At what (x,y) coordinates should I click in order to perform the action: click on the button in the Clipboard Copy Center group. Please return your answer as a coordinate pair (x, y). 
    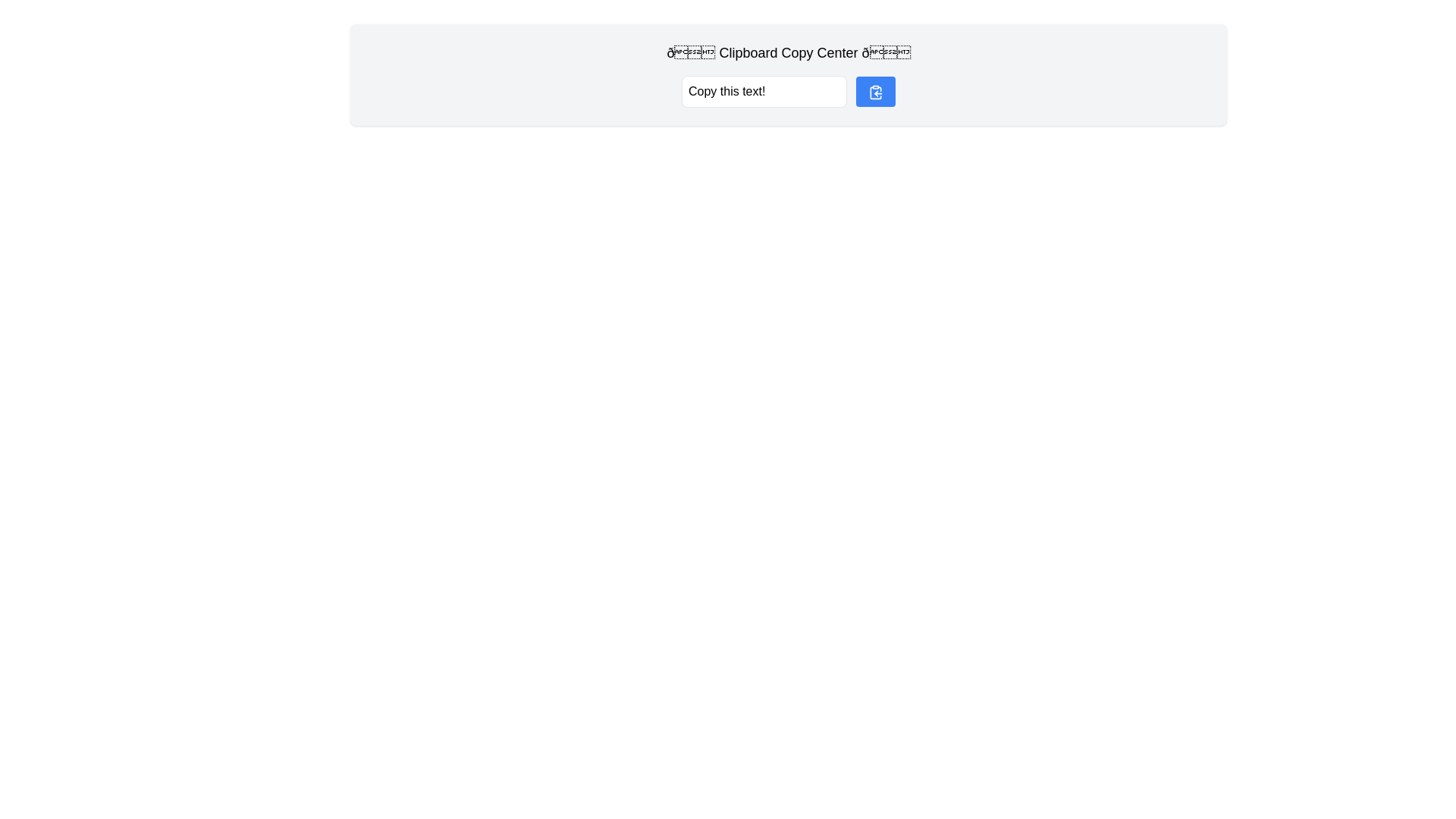
    Looking at the image, I should click on (789, 91).